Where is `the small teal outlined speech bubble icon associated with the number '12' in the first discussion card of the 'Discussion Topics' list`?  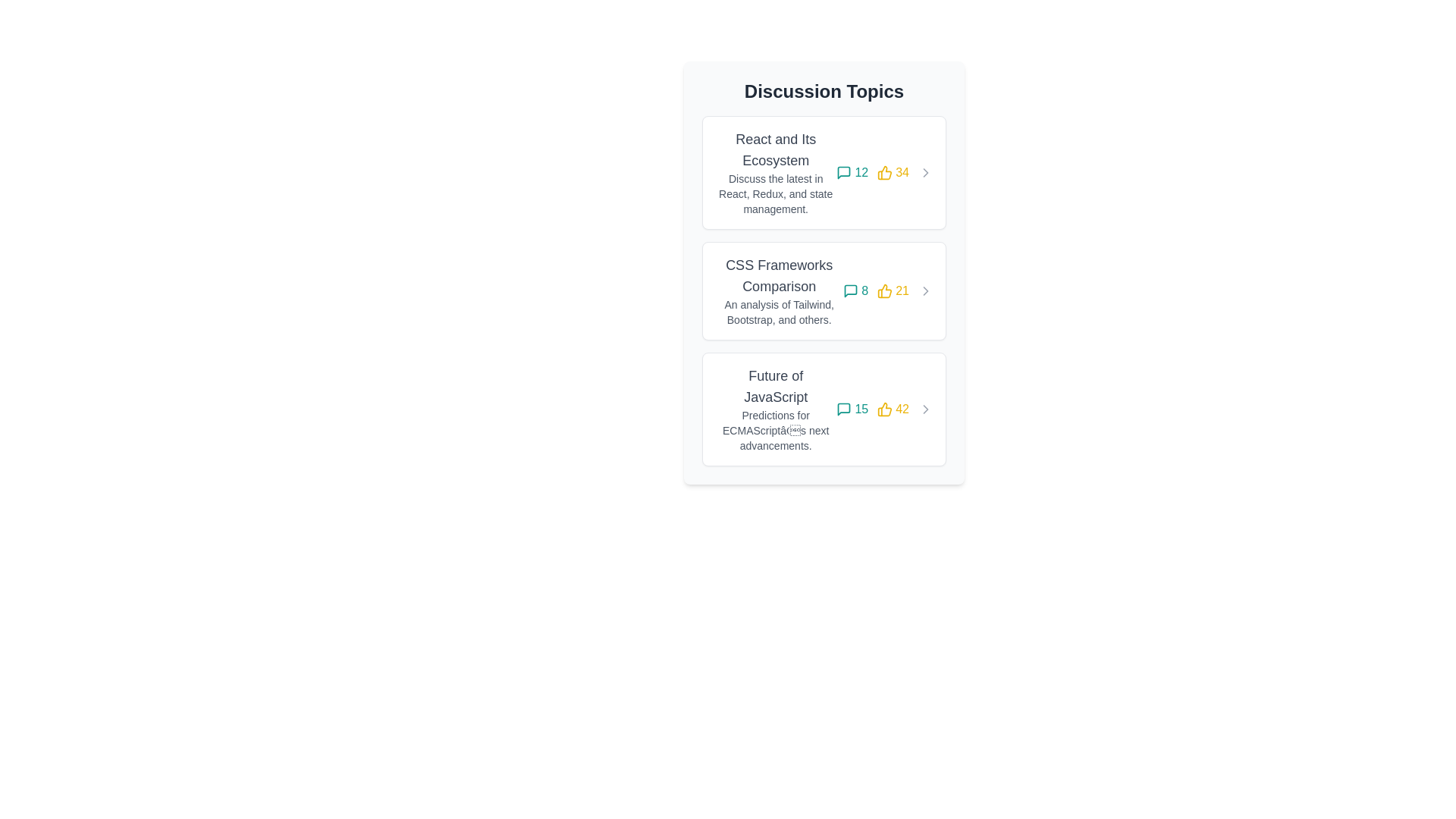
the small teal outlined speech bubble icon associated with the number '12' in the first discussion card of the 'Discussion Topics' list is located at coordinates (843, 171).